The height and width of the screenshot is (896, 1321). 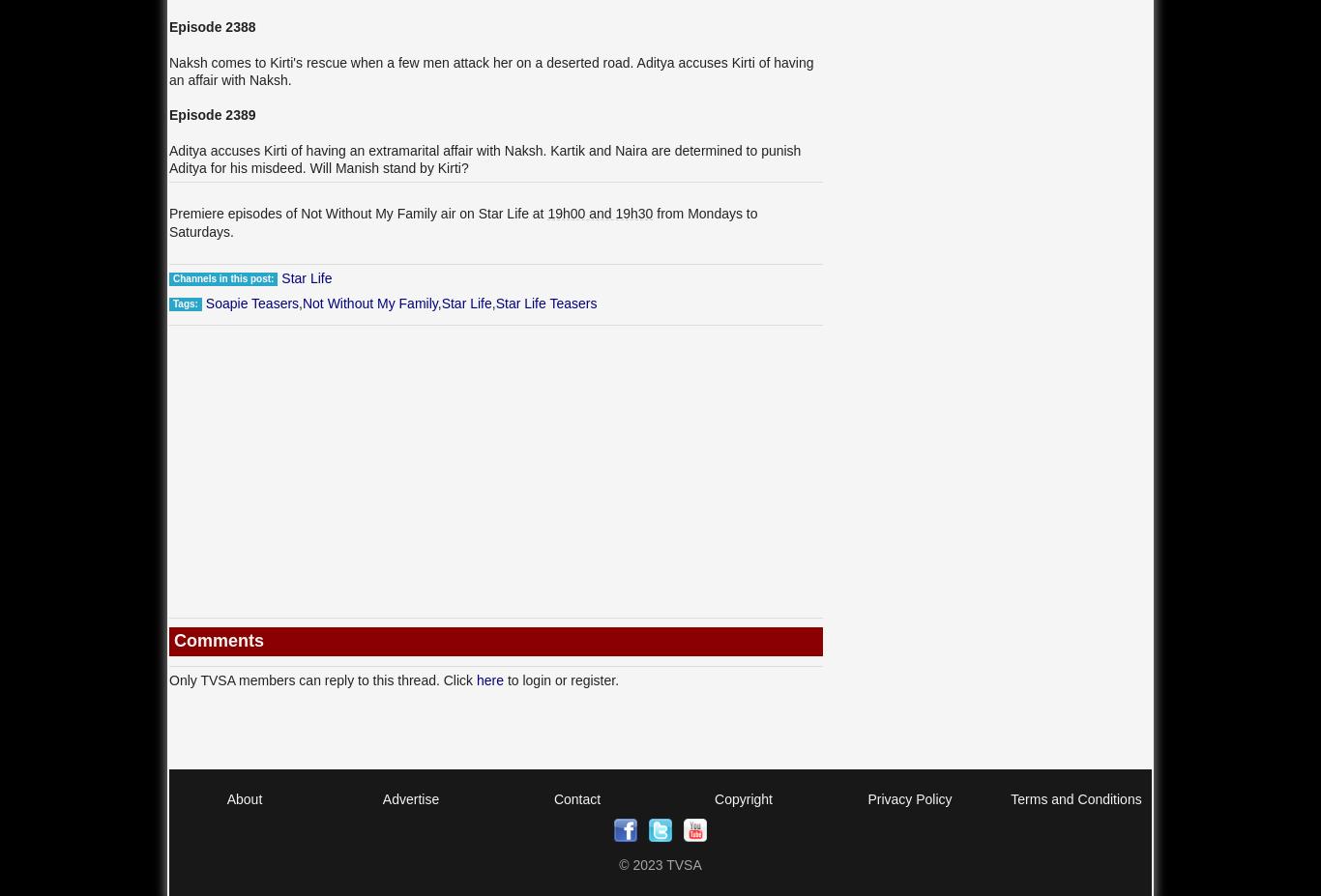 What do you see at coordinates (367, 301) in the screenshot?
I see `'Not Without My Family'` at bounding box center [367, 301].